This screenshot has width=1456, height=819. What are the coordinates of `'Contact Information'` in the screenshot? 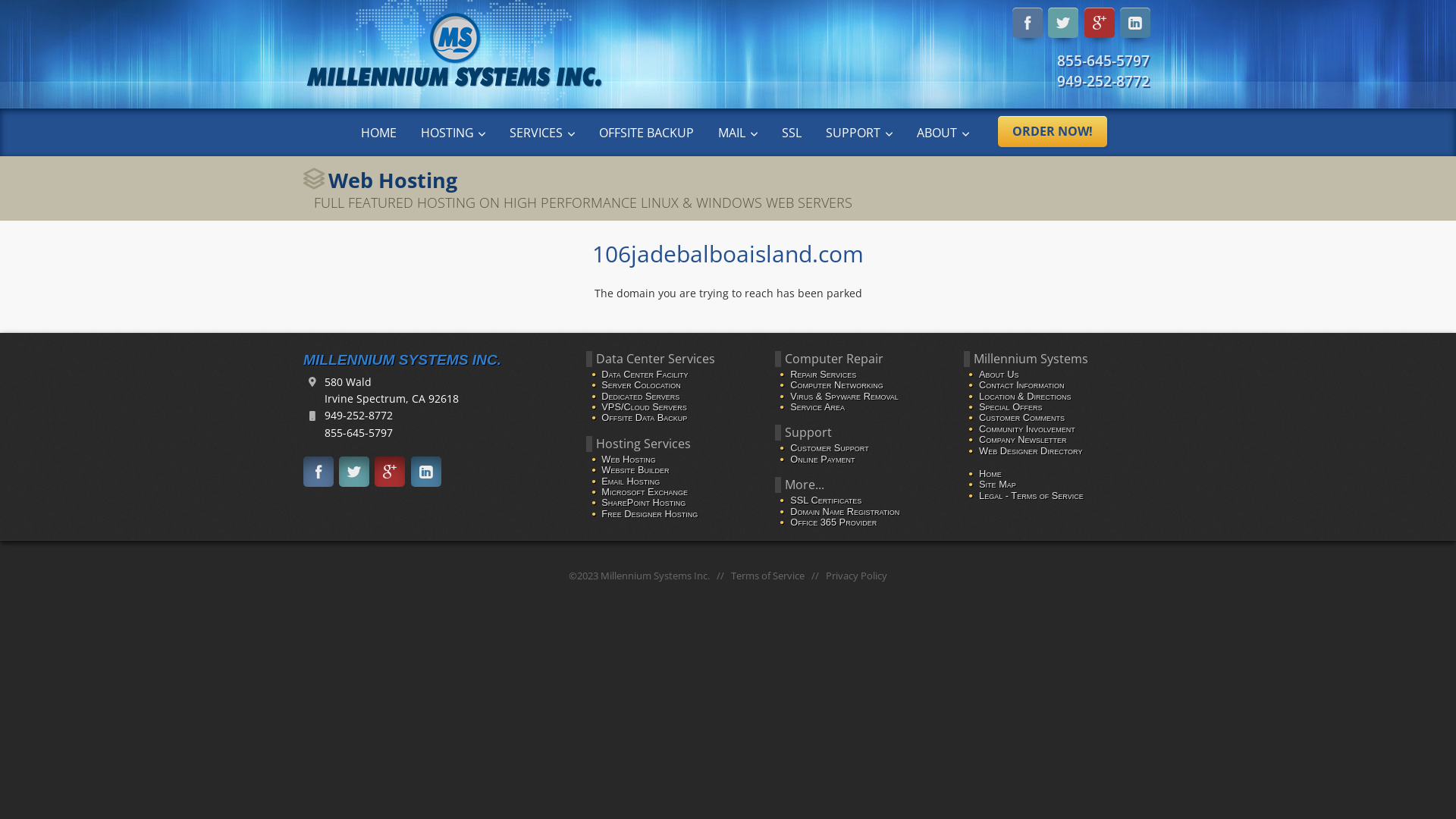 It's located at (1021, 384).